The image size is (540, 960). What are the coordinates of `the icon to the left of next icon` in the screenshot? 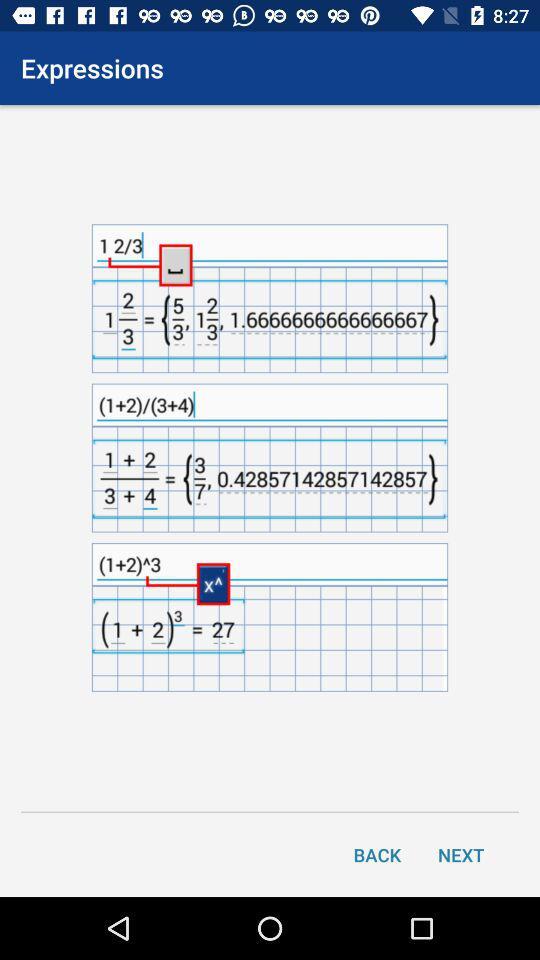 It's located at (377, 853).